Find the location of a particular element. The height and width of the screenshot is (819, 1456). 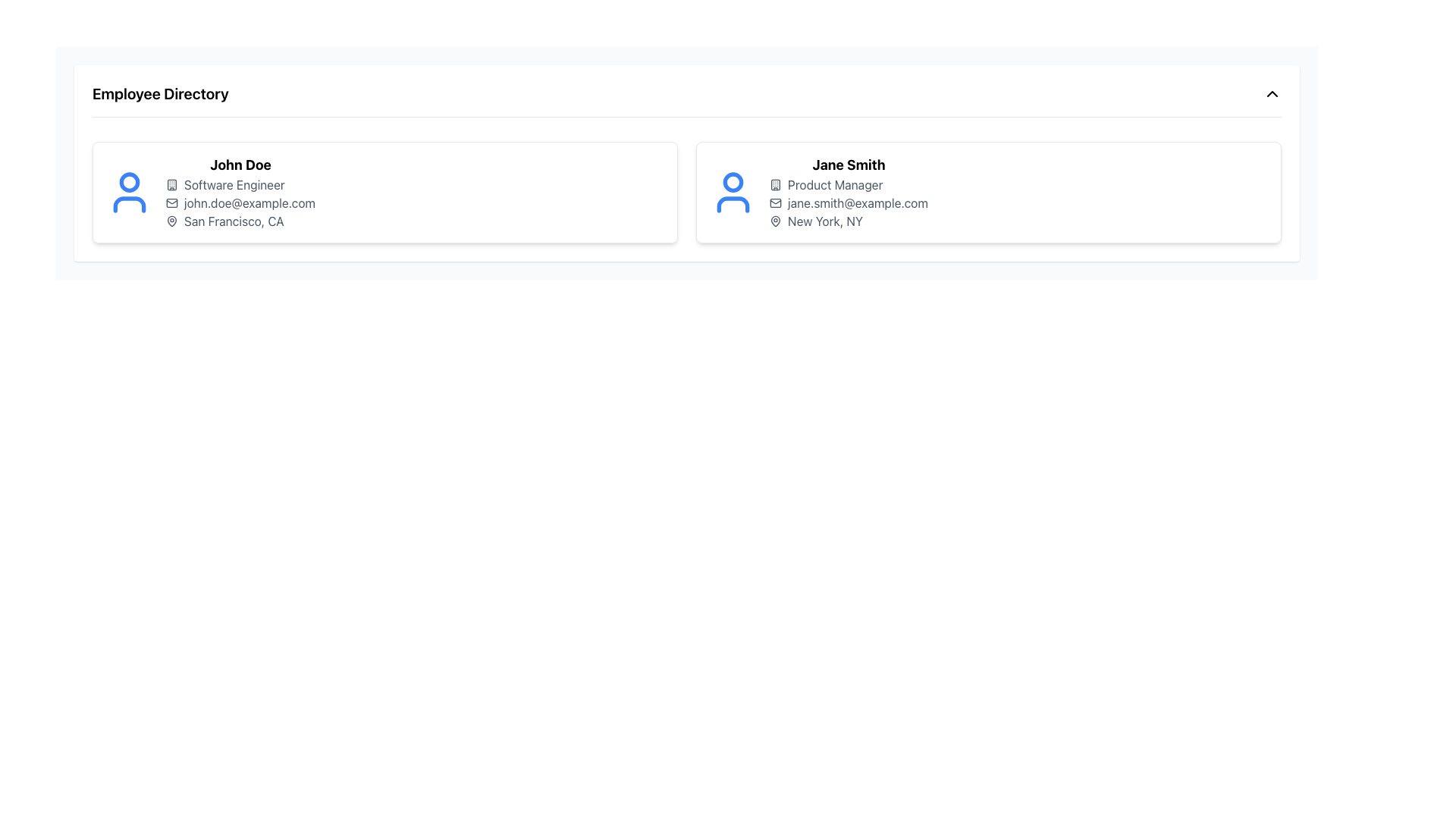

the location pin icon located in the bottom-left segment of John Doe's information card, aligned with 'San Francisco, CA.' is located at coordinates (171, 220).